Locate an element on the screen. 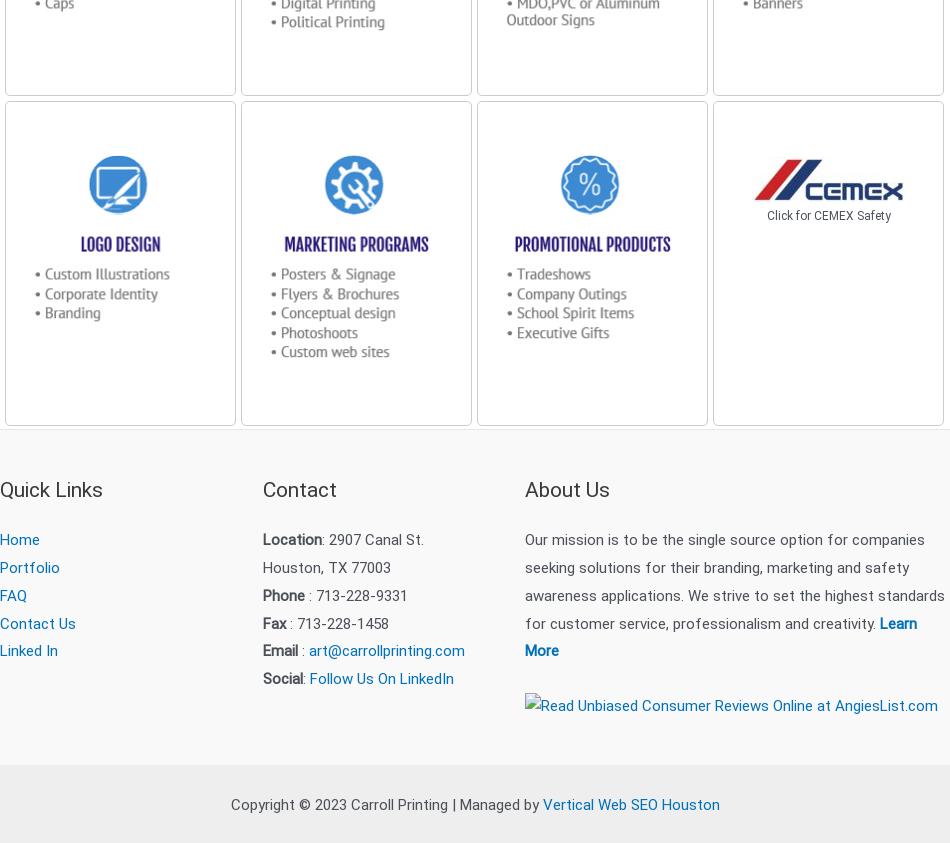 The width and height of the screenshot is (950, 843). 'Follow Us On LinkedIn' is located at coordinates (308, 678).